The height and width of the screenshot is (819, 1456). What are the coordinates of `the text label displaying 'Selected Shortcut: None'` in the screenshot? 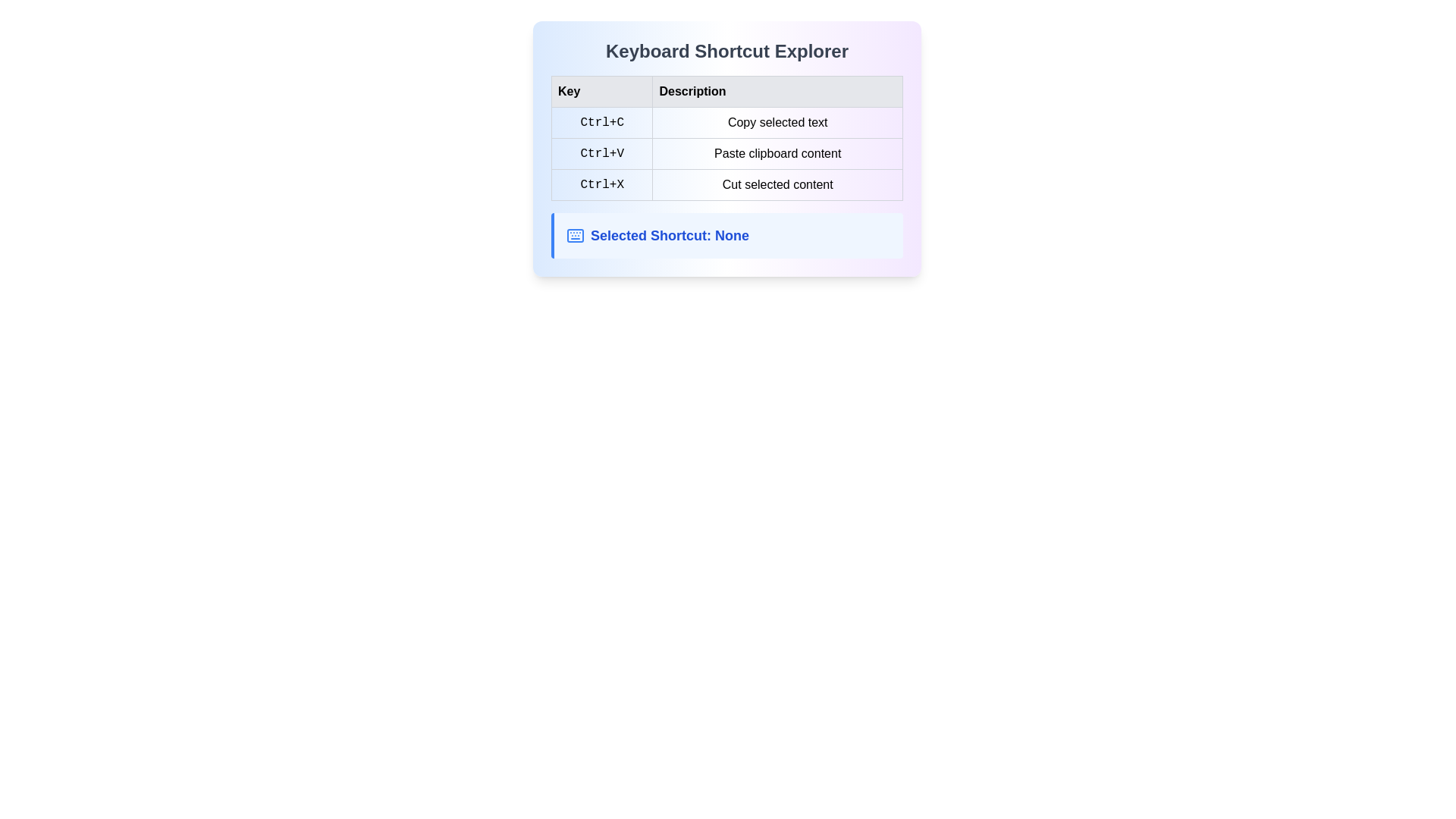 It's located at (669, 236).